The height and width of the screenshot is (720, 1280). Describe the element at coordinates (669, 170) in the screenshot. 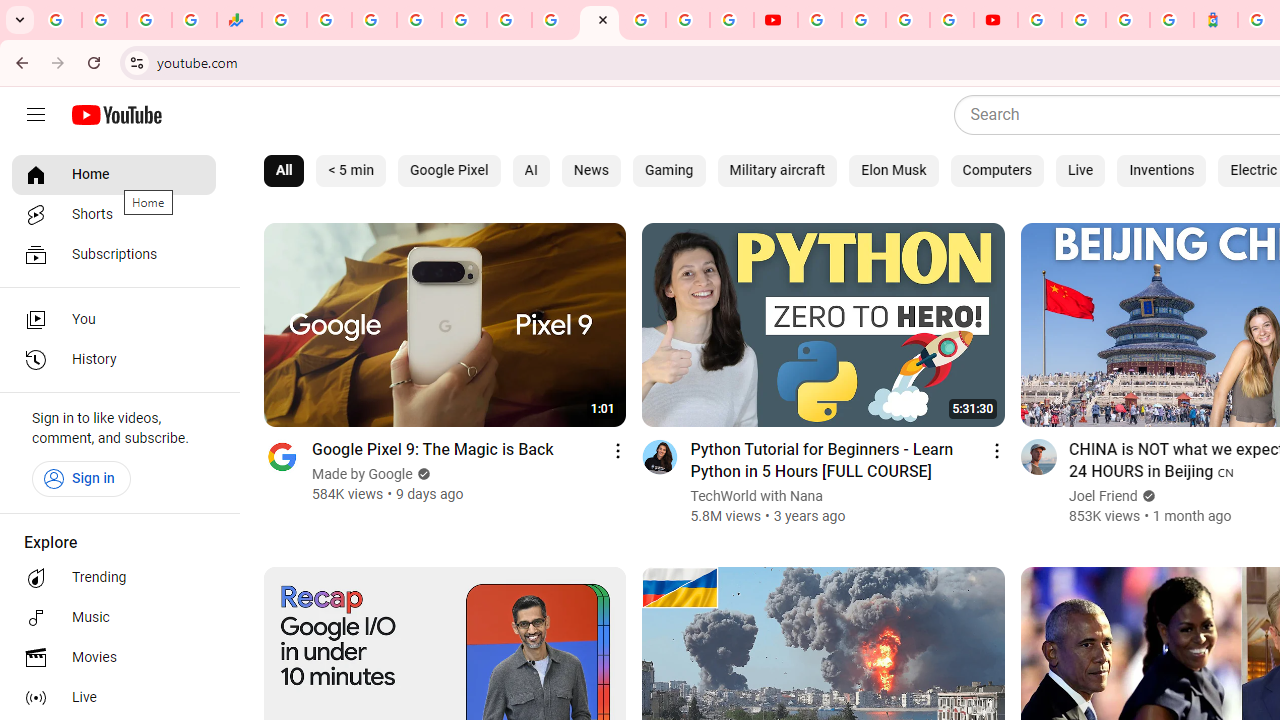

I see `'Gaming'` at that location.